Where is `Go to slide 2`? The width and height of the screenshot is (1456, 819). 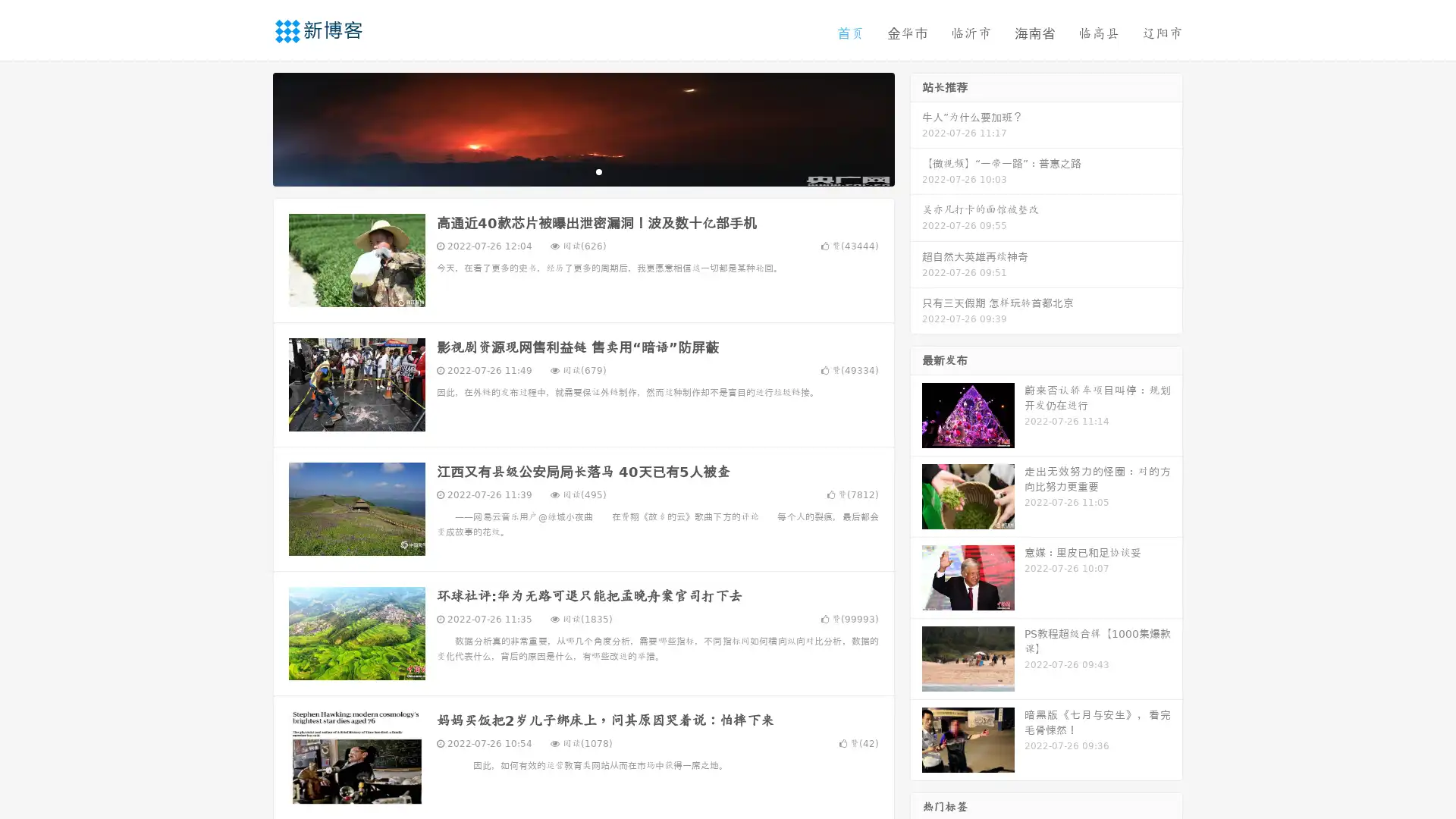
Go to slide 2 is located at coordinates (582, 171).